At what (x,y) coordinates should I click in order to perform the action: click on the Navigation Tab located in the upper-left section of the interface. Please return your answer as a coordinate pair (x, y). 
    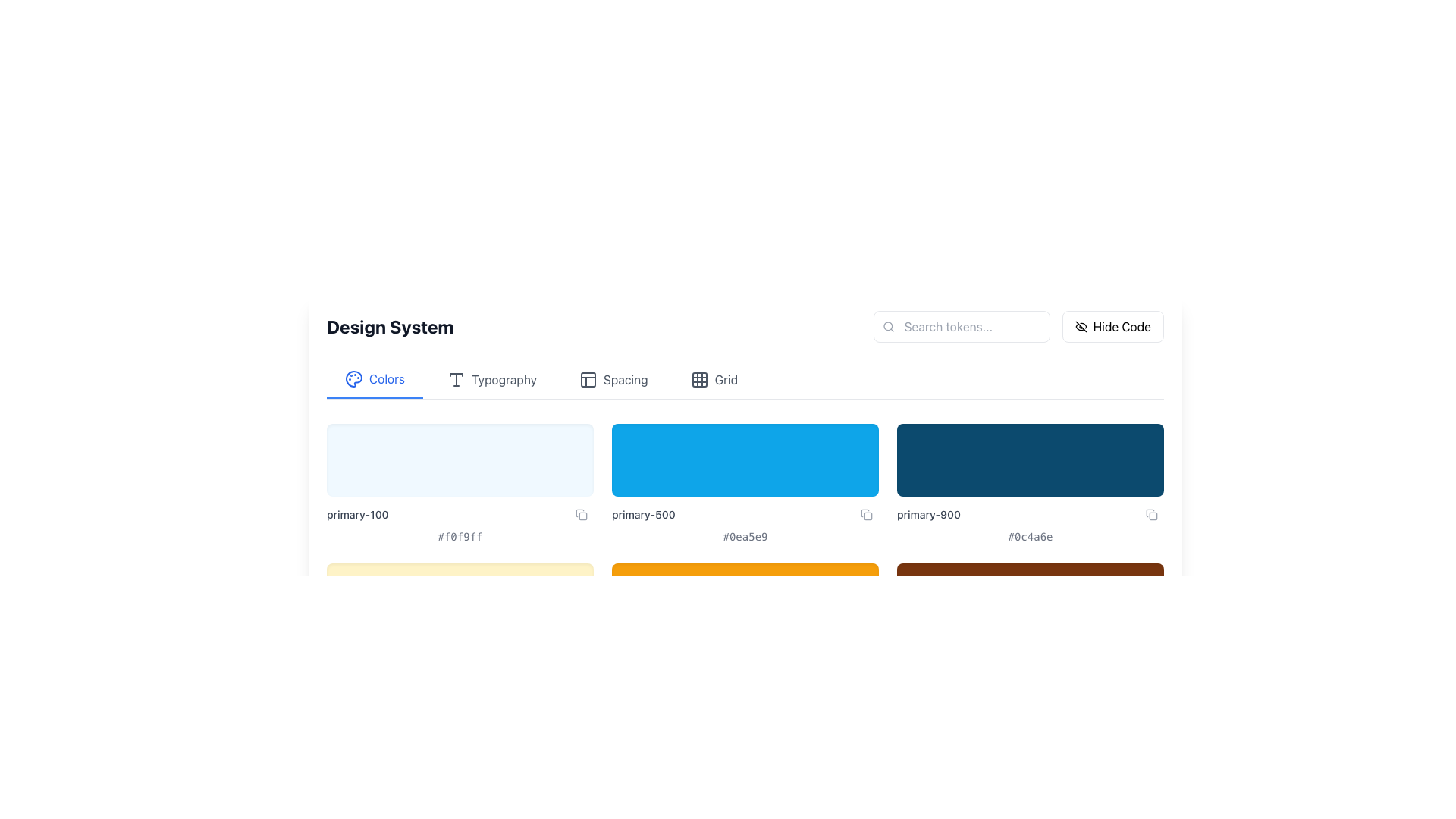
    Looking at the image, I should click on (375, 379).